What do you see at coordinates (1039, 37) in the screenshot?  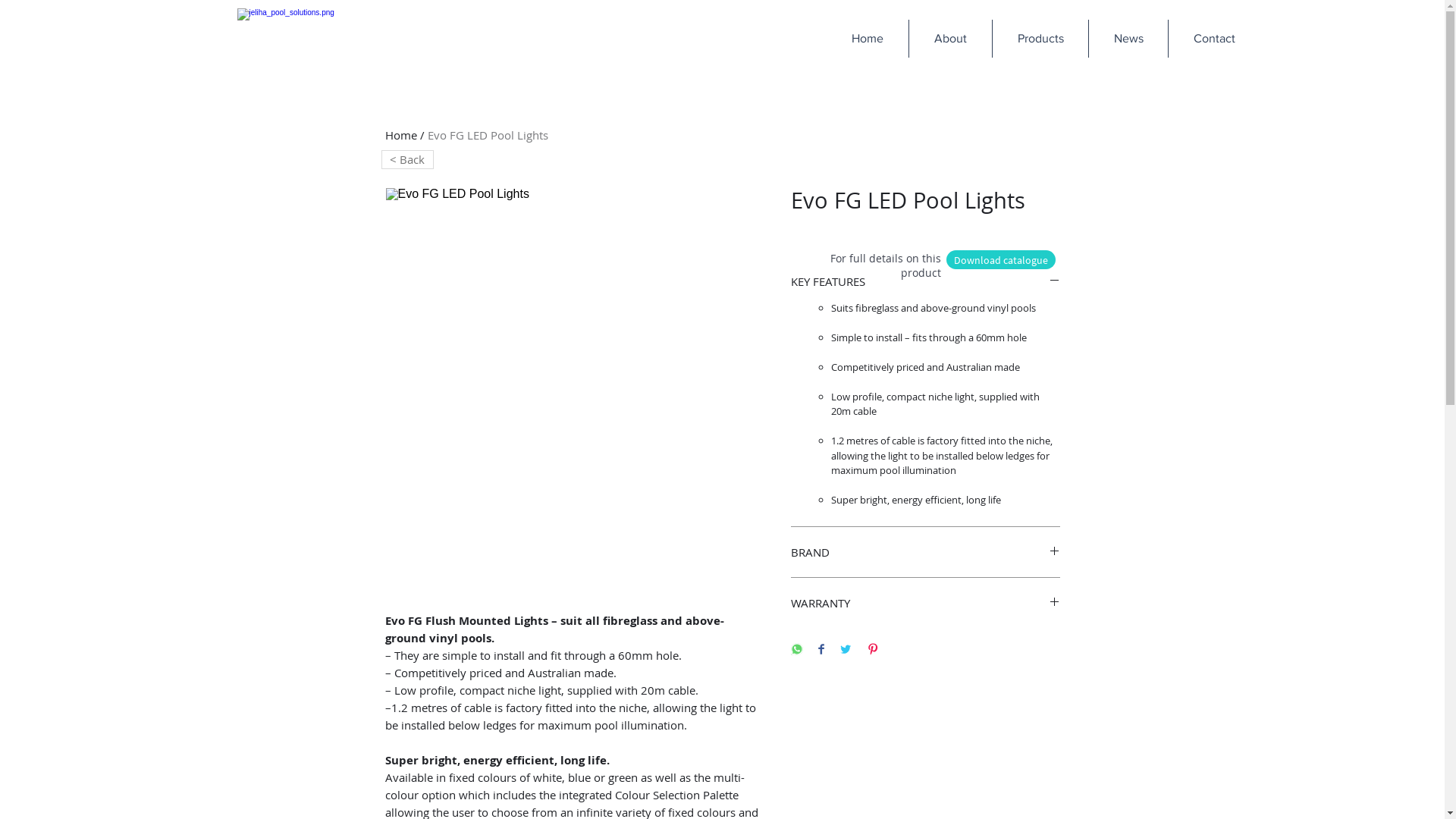 I see `'Products'` at bounding box center [1039, 37].